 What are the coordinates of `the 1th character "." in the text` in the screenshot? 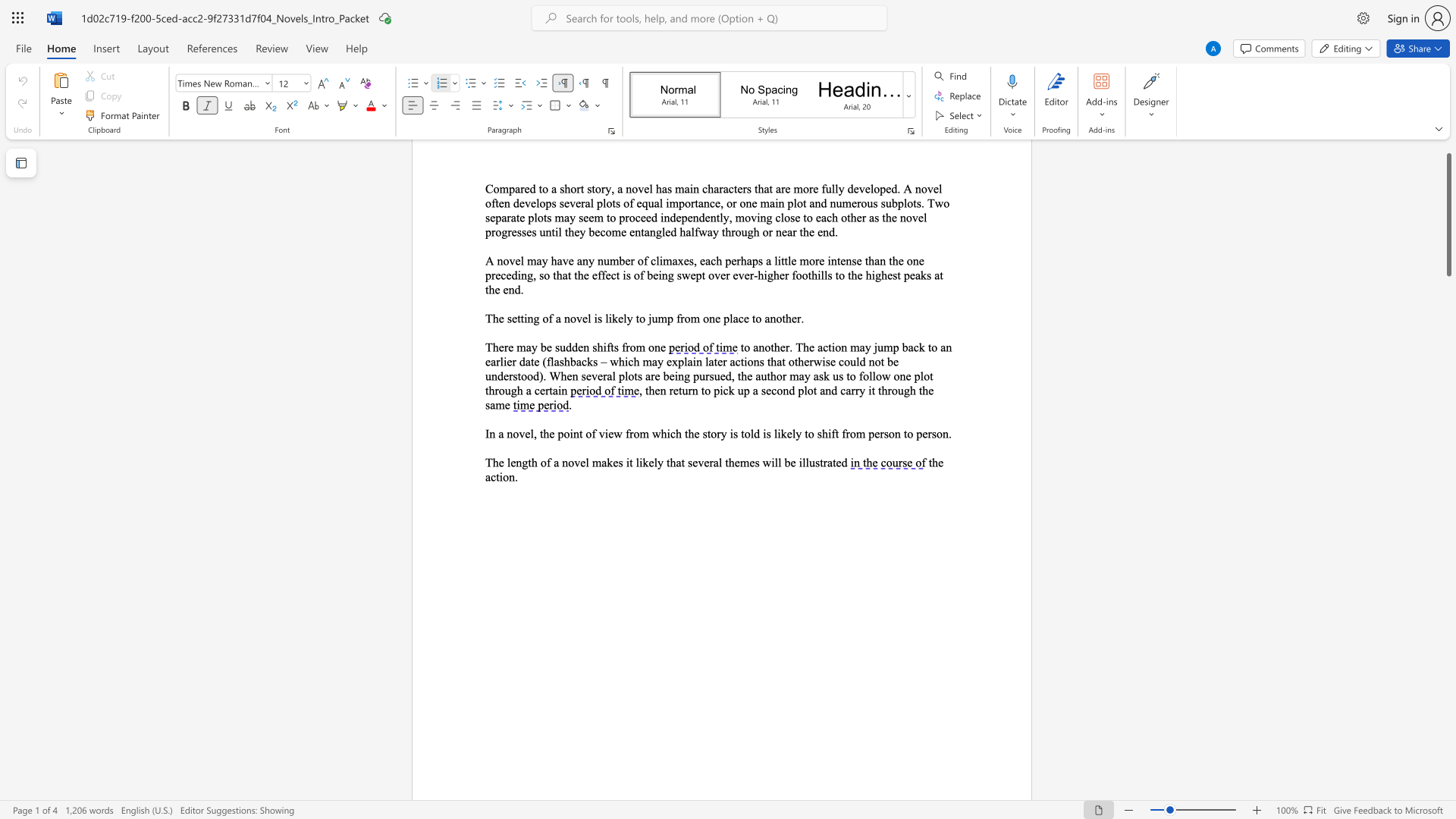 It's located at (516, 475).